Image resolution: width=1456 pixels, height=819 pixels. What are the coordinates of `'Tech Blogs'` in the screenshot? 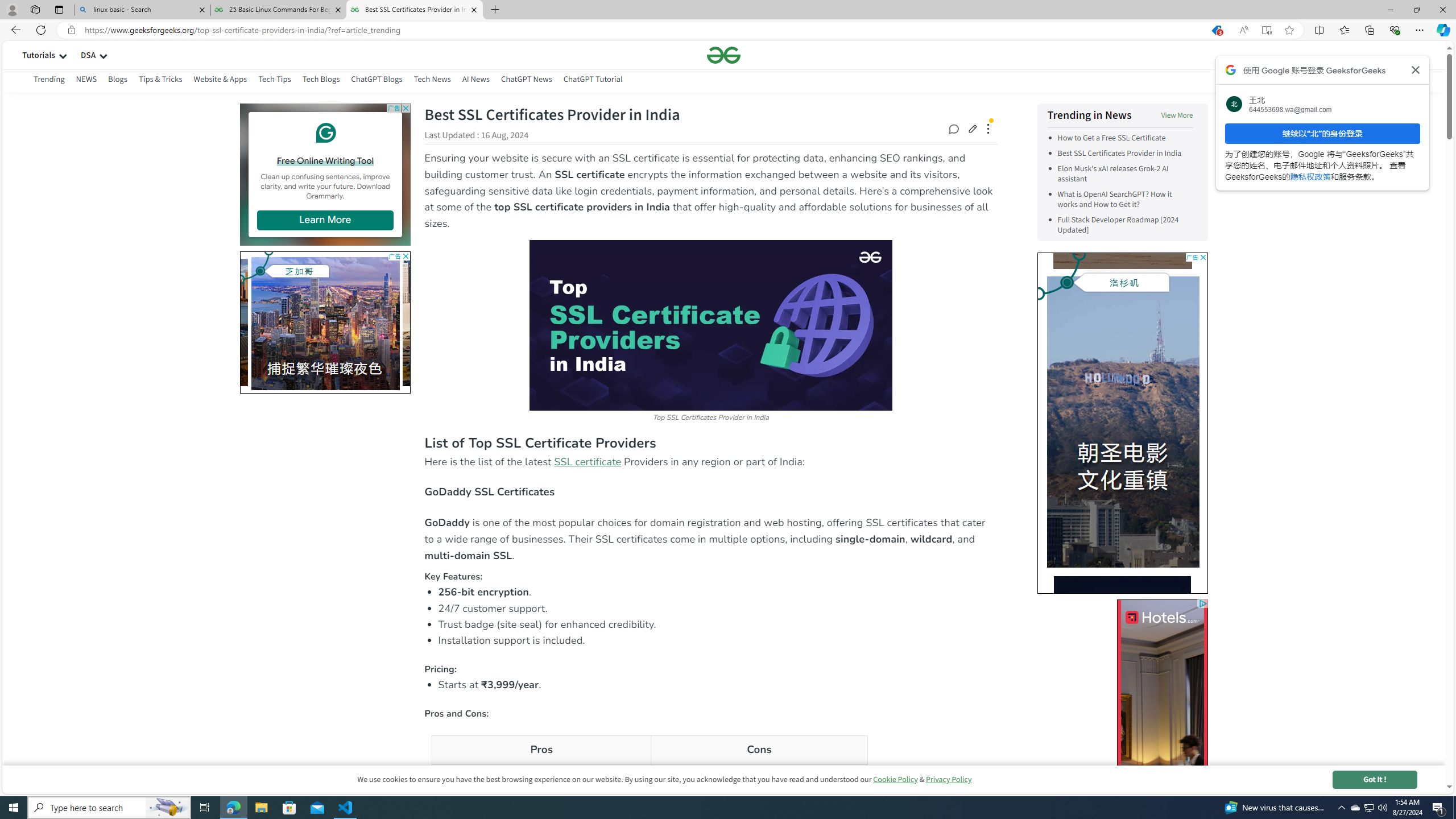 It's located at (321, 80).